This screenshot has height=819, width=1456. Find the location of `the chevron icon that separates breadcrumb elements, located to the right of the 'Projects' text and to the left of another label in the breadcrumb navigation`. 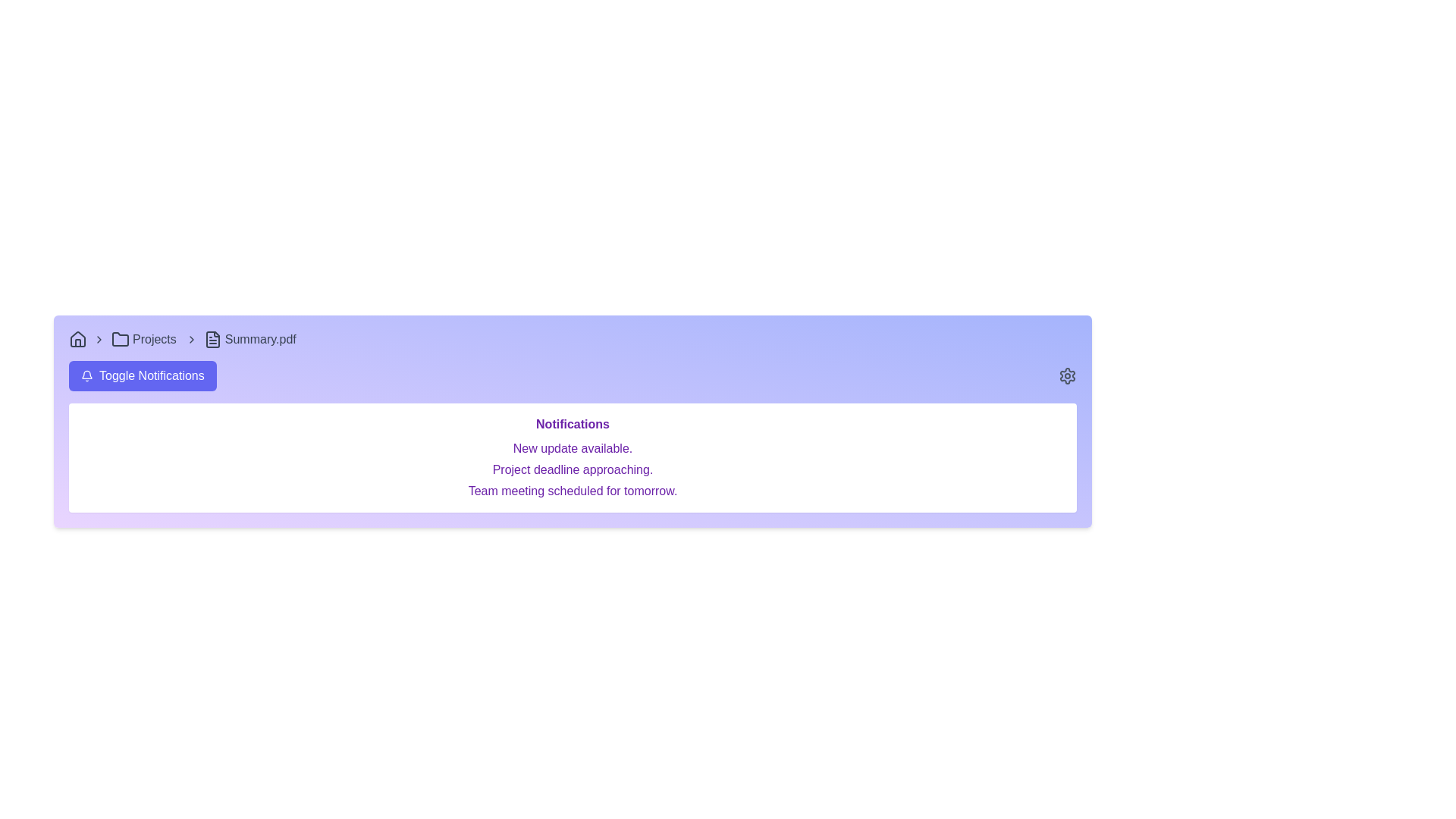

the chevron icon that separates breadcrumb elements, located to the right of the 'Projects' text and to the left of another label in the breadcrumb navigation is located at coordinates (190, 338).